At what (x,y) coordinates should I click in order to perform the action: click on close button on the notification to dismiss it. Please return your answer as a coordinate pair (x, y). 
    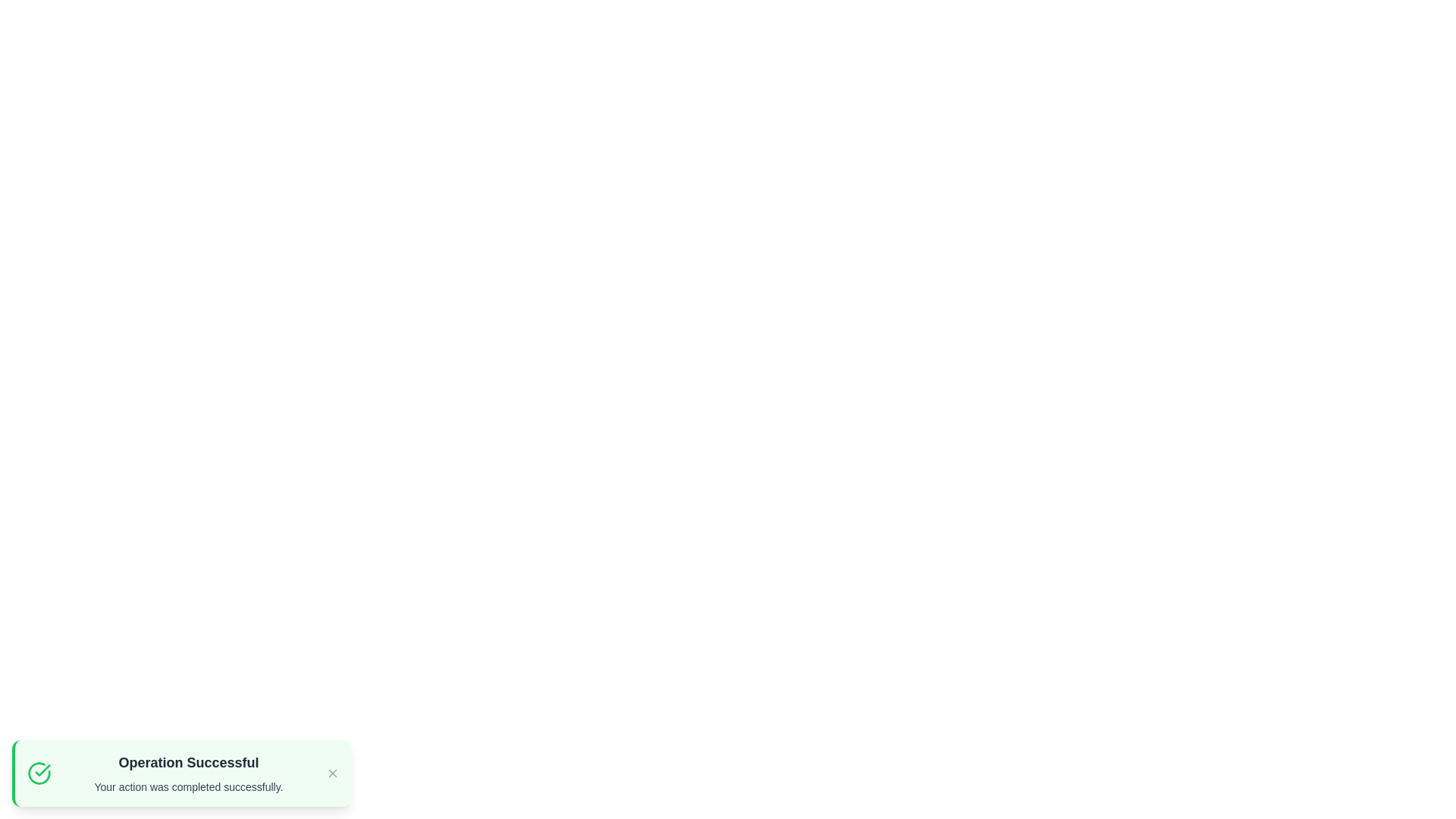
    Looking at the image, I should click on (331, 773).